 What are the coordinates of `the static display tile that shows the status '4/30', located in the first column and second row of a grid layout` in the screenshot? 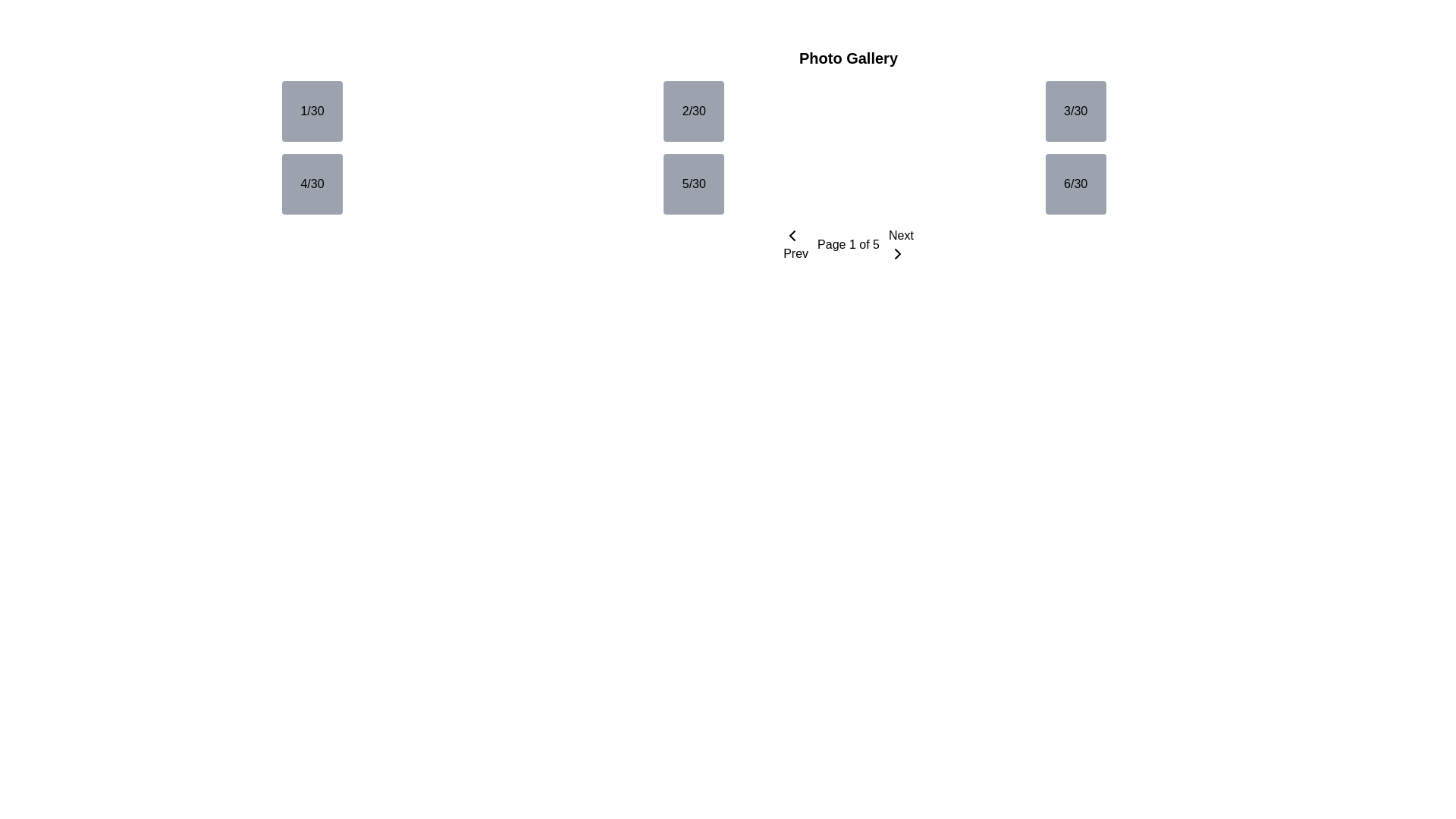 It's located at (312, 184).